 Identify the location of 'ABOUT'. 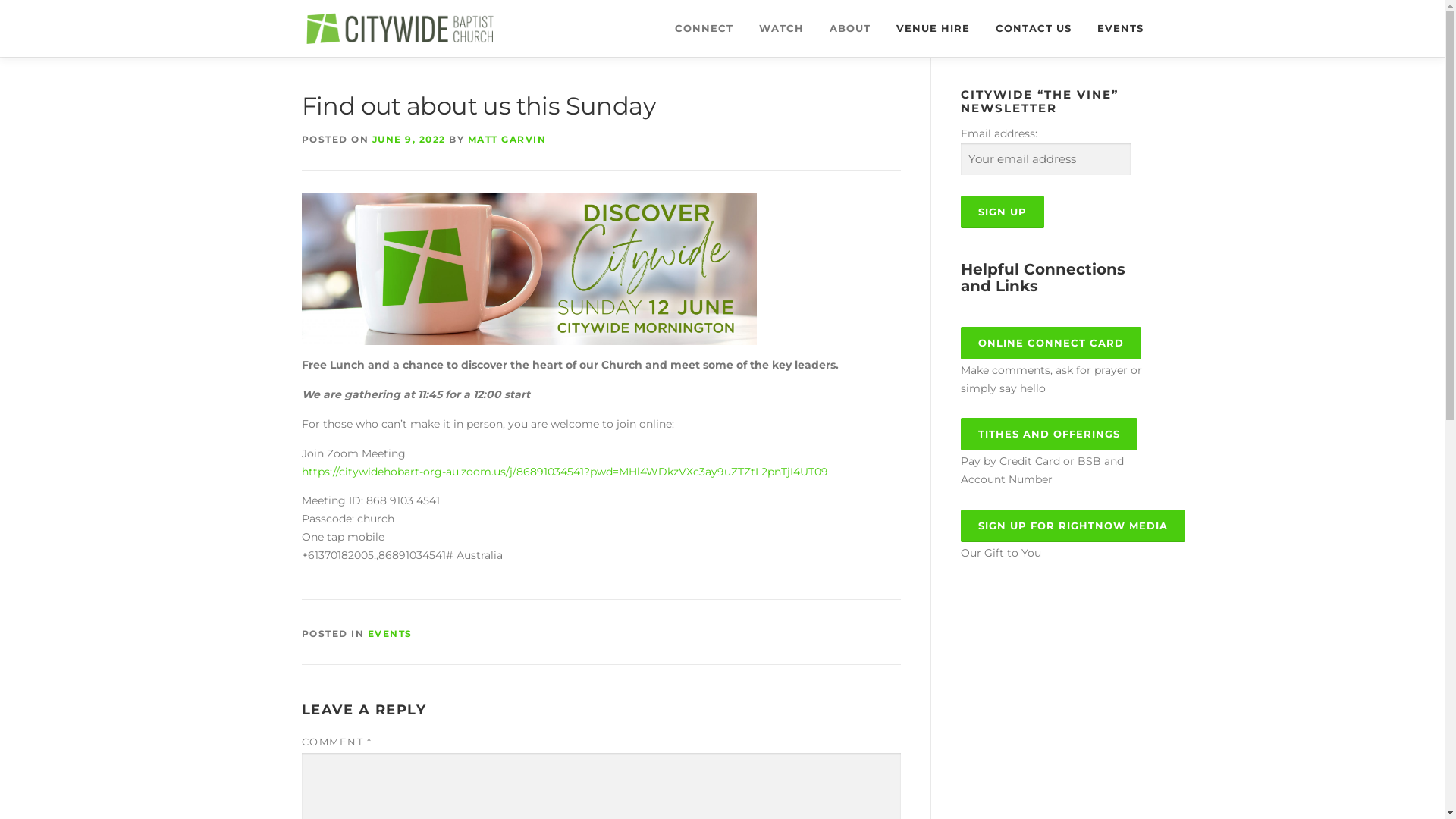
(848, 28).